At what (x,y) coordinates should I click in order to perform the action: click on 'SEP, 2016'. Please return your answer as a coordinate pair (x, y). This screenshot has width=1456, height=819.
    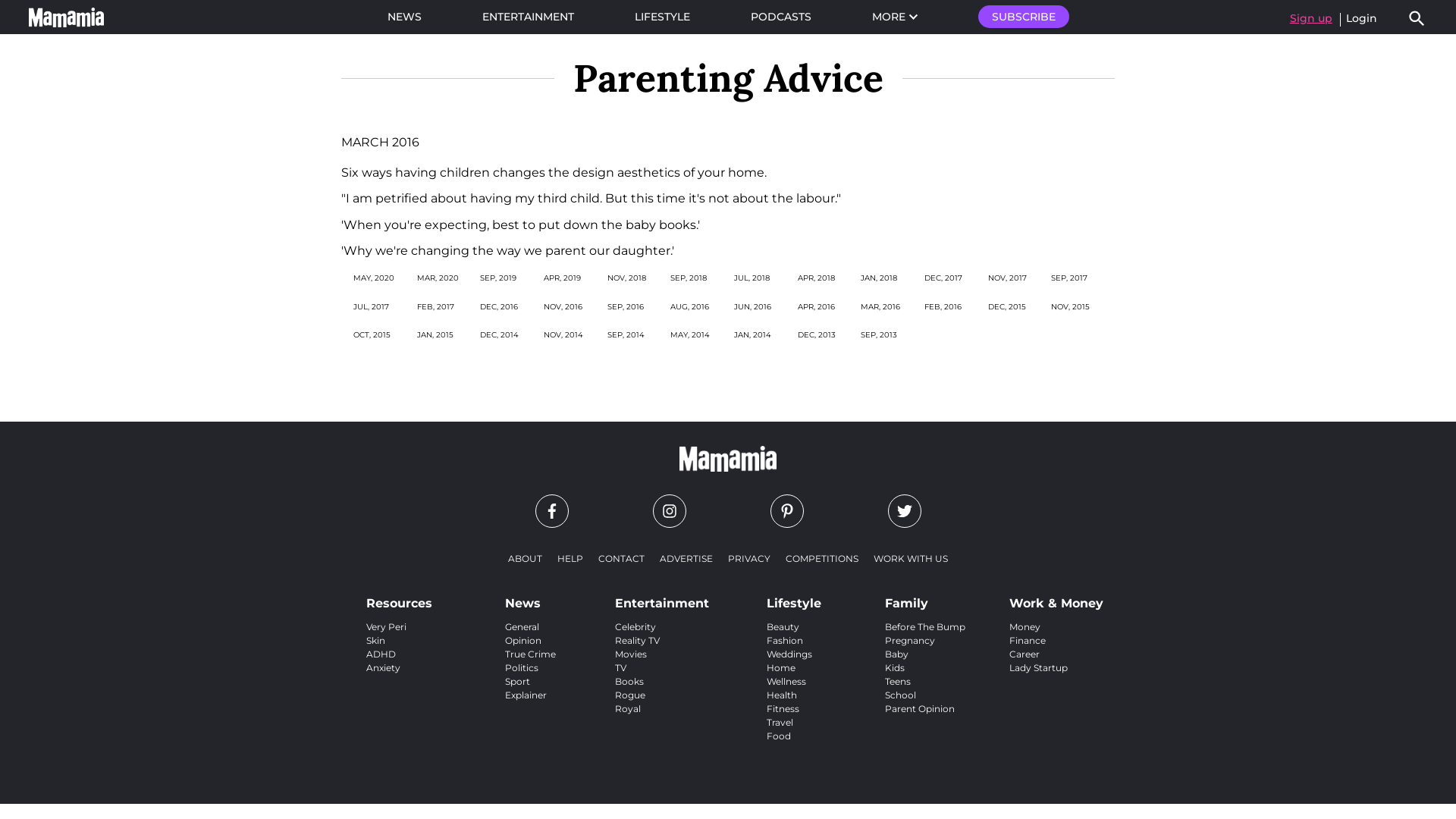
    Looking at the image, I should click on (626, 306).